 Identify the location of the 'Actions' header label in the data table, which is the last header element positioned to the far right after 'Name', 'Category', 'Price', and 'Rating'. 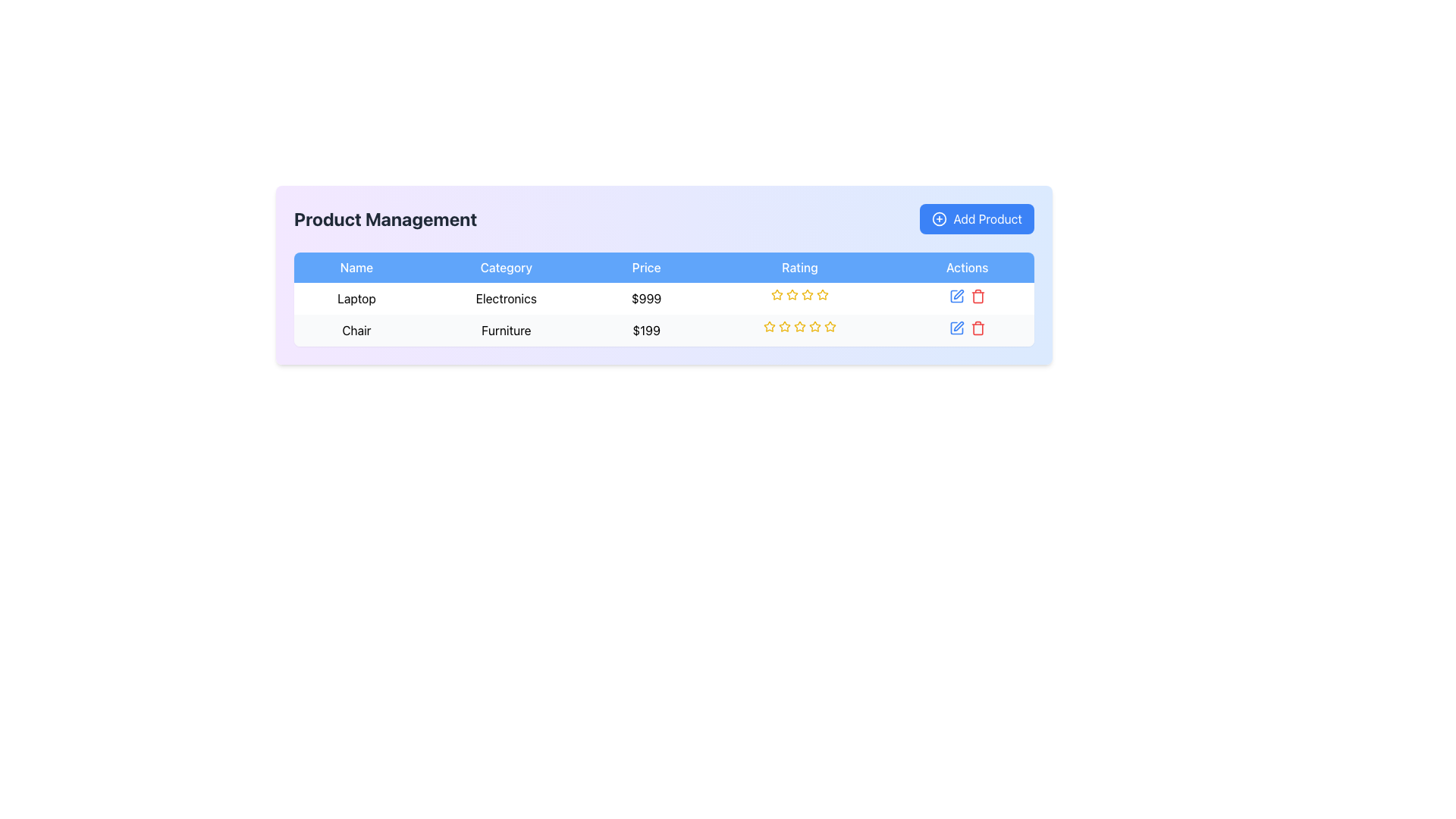
(966, 267).